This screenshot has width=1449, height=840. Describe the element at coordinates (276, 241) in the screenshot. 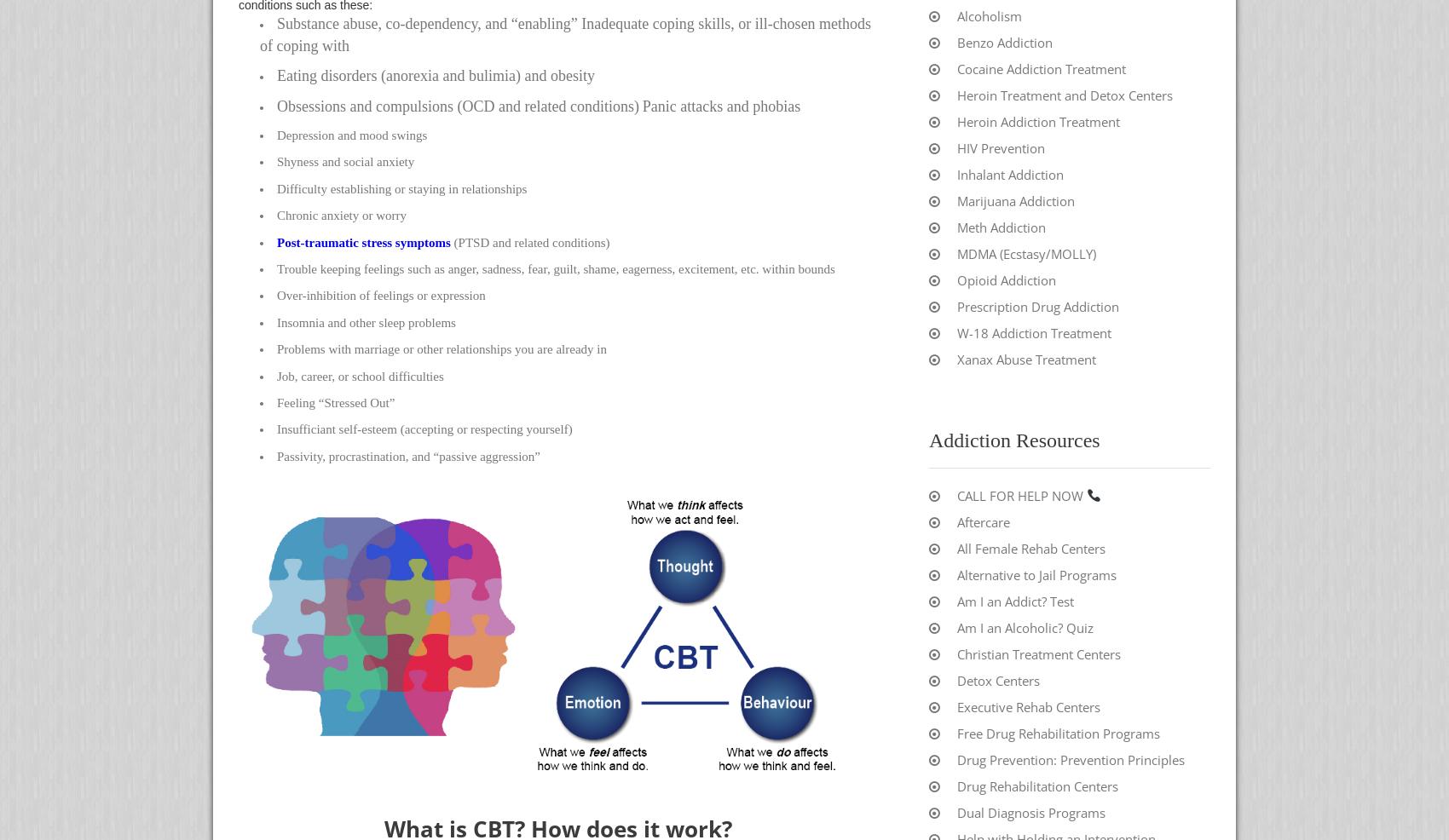

I see `'Post-traumatic stress symptoms'` at that location.